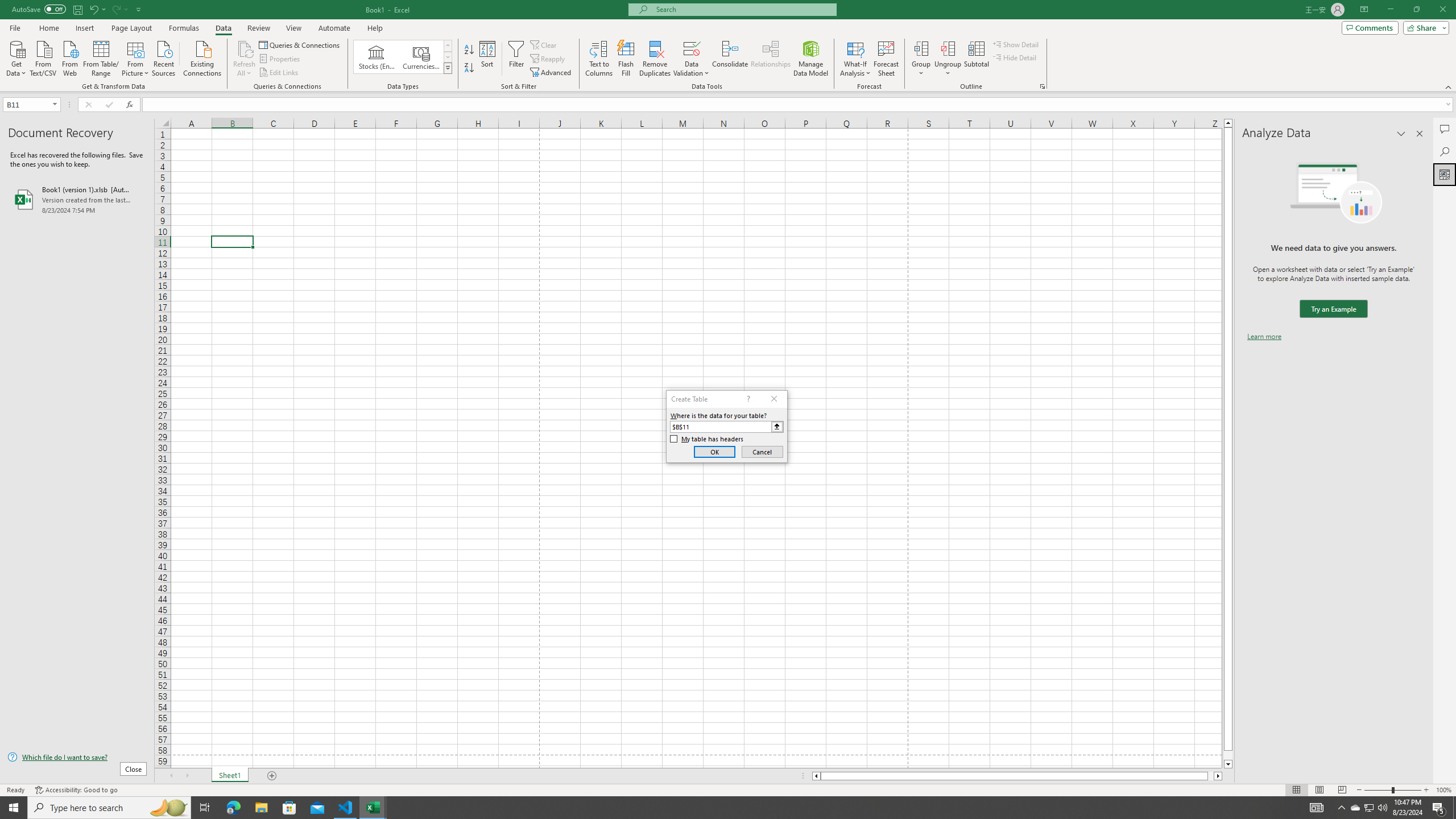 Image resolution: width=1456 pixels, height=819 pixels. I want to click on 'Page Layout', so click(131, 28).